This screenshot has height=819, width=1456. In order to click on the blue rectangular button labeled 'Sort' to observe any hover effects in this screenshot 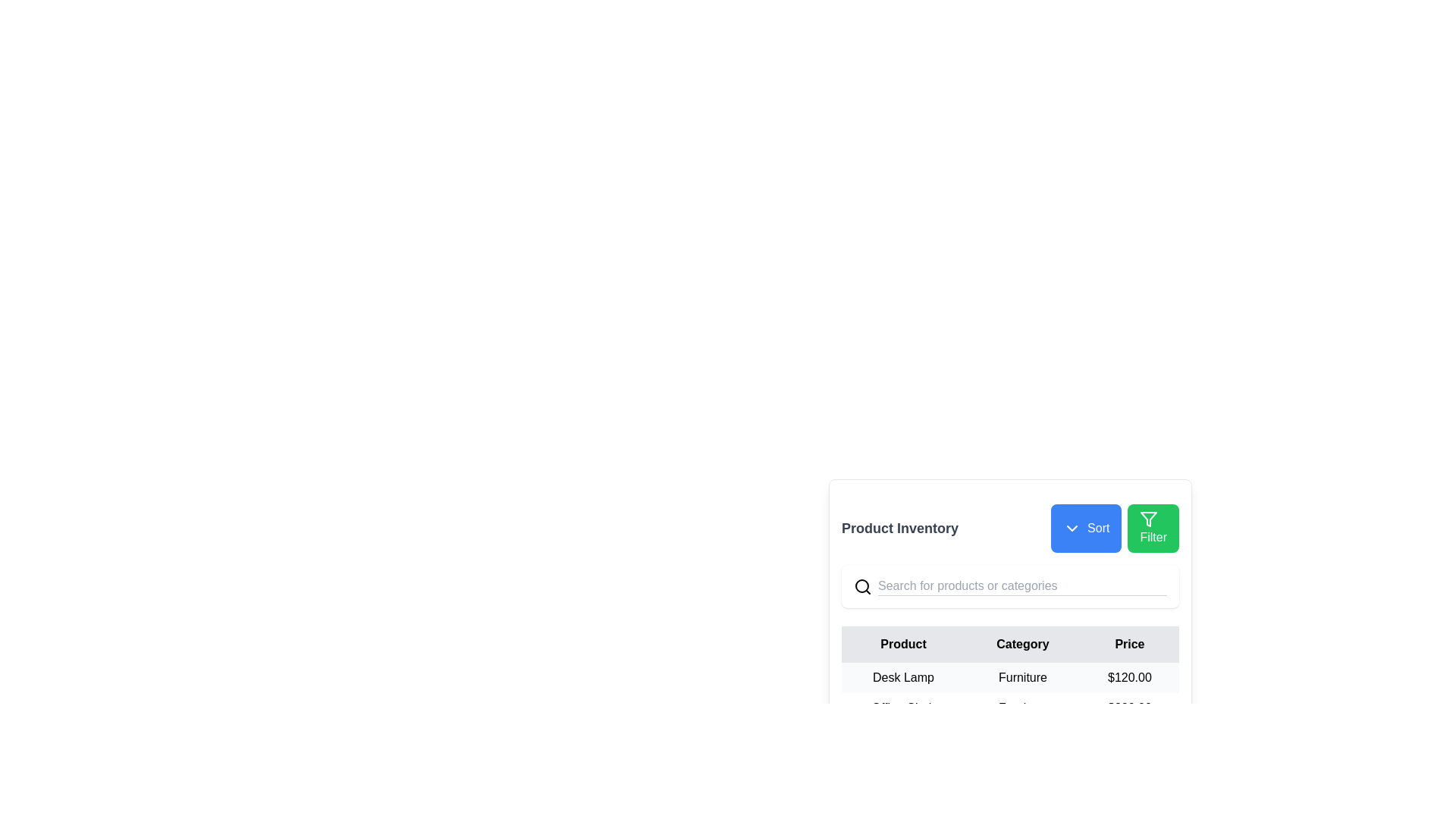, I will do `click(1085, 528)`.